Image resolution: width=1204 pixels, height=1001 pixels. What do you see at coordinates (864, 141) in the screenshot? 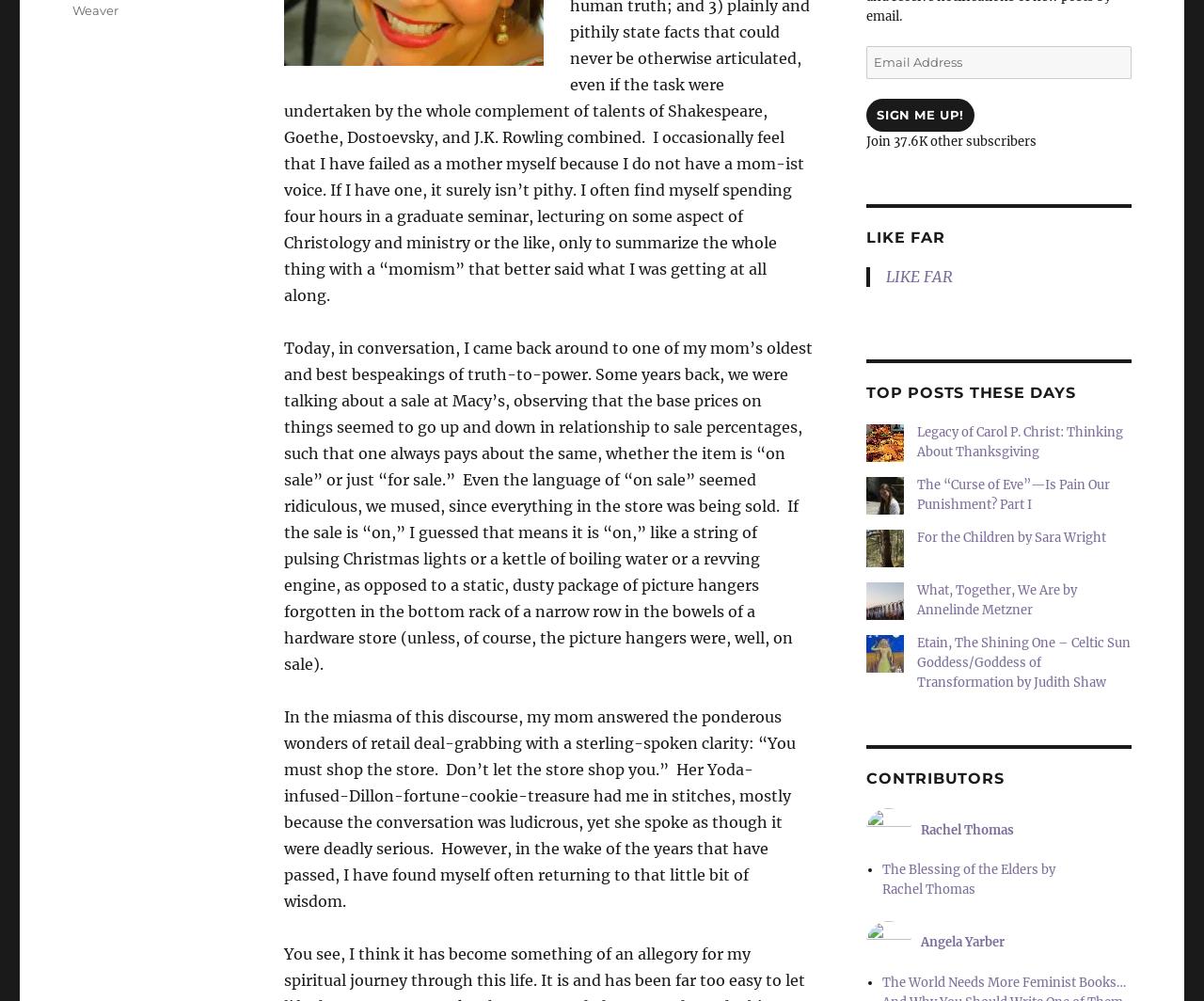
I see `'Join 37.6K other subscribers'` at bounding box center [864, 141].